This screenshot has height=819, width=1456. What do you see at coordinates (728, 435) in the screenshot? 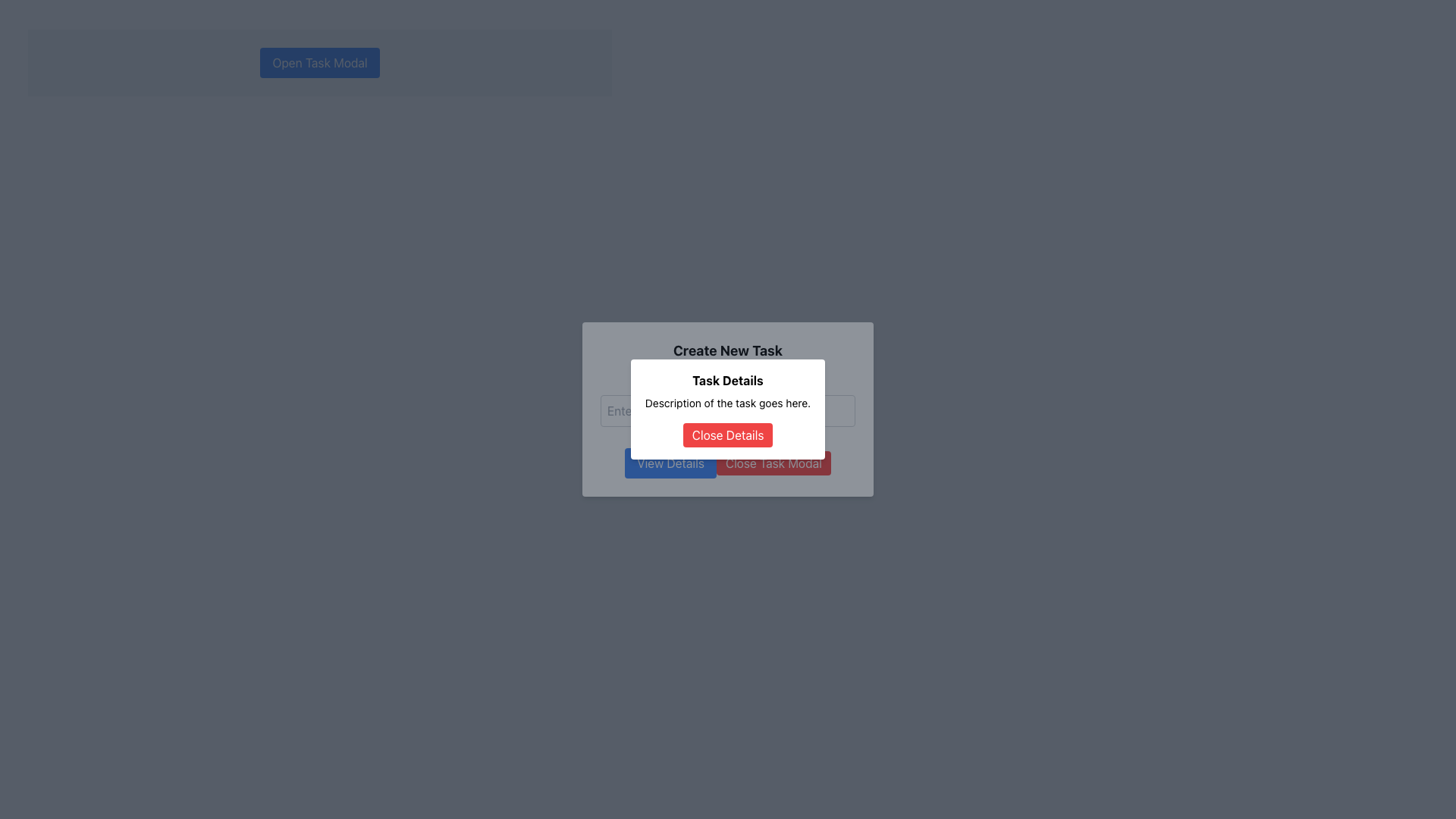
I see `the close button located at the bottom of the modal dialog` at bounding box center [728, 435].